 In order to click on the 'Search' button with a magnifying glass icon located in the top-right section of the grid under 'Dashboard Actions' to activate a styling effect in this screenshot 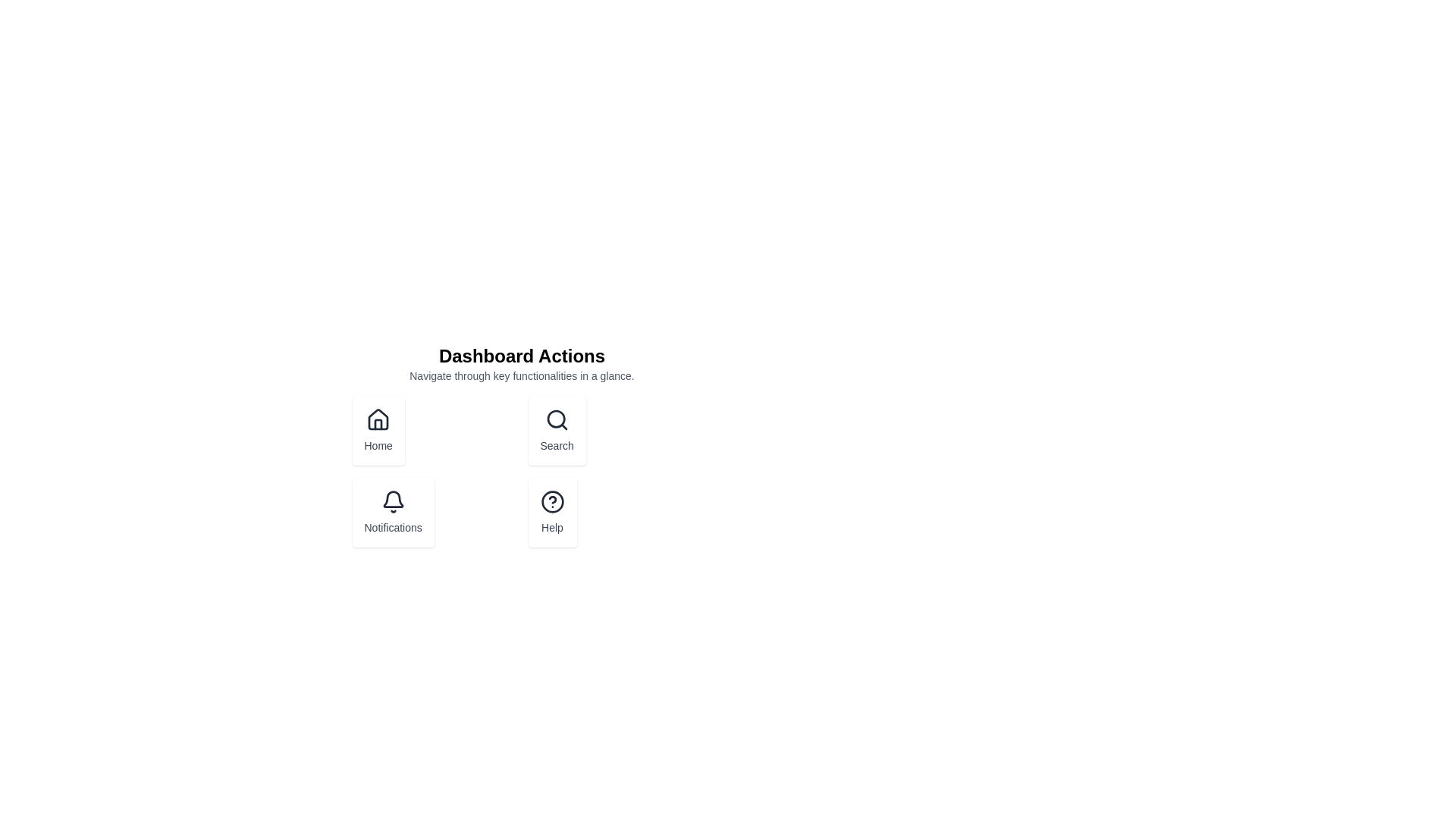, I will do `click(556, 430)`.